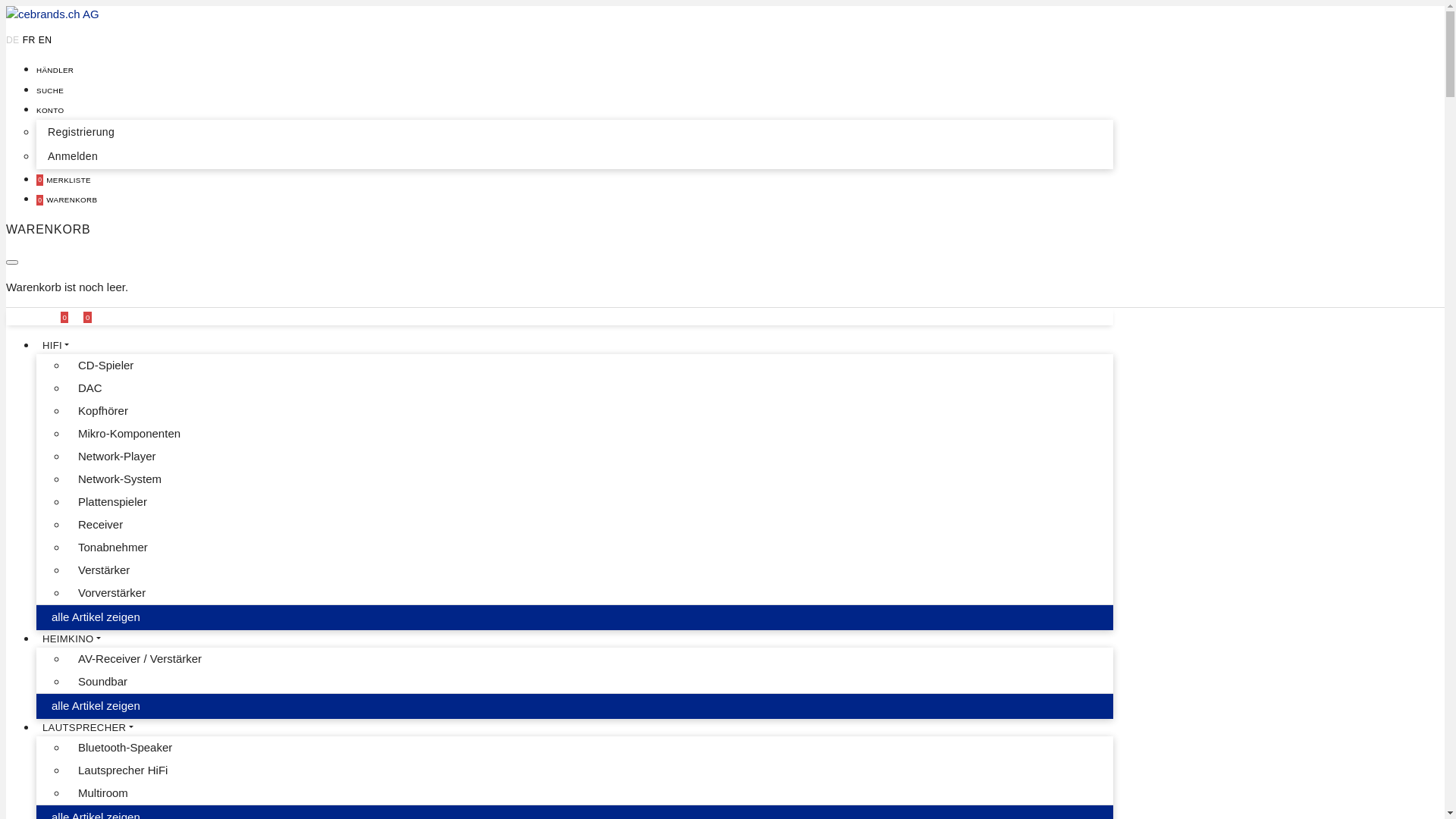 The width and height of the screenshot is (1456, 819). Describe the element at coordinates (13, 39) in the screenshot. I see `'DE'` at that location.